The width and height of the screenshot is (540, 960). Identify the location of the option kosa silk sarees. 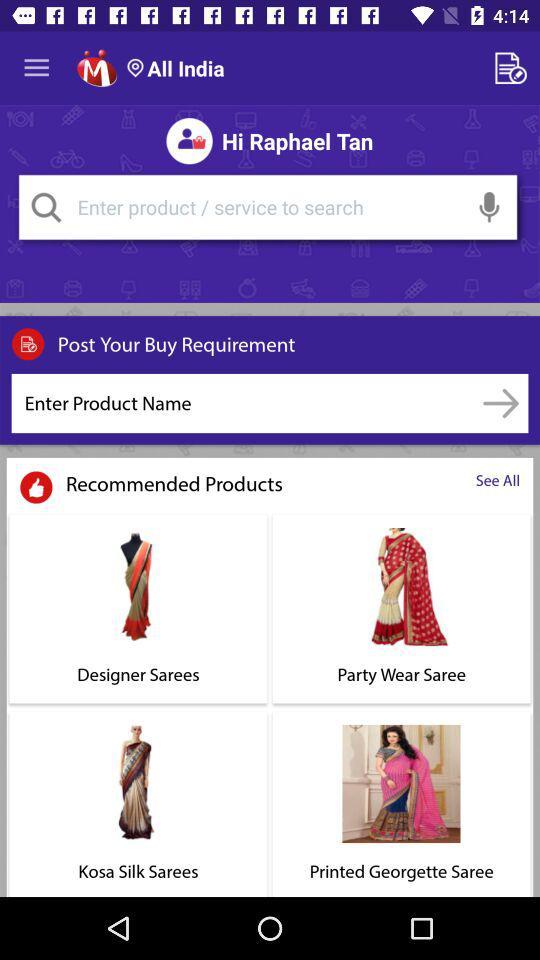
(137, 802).